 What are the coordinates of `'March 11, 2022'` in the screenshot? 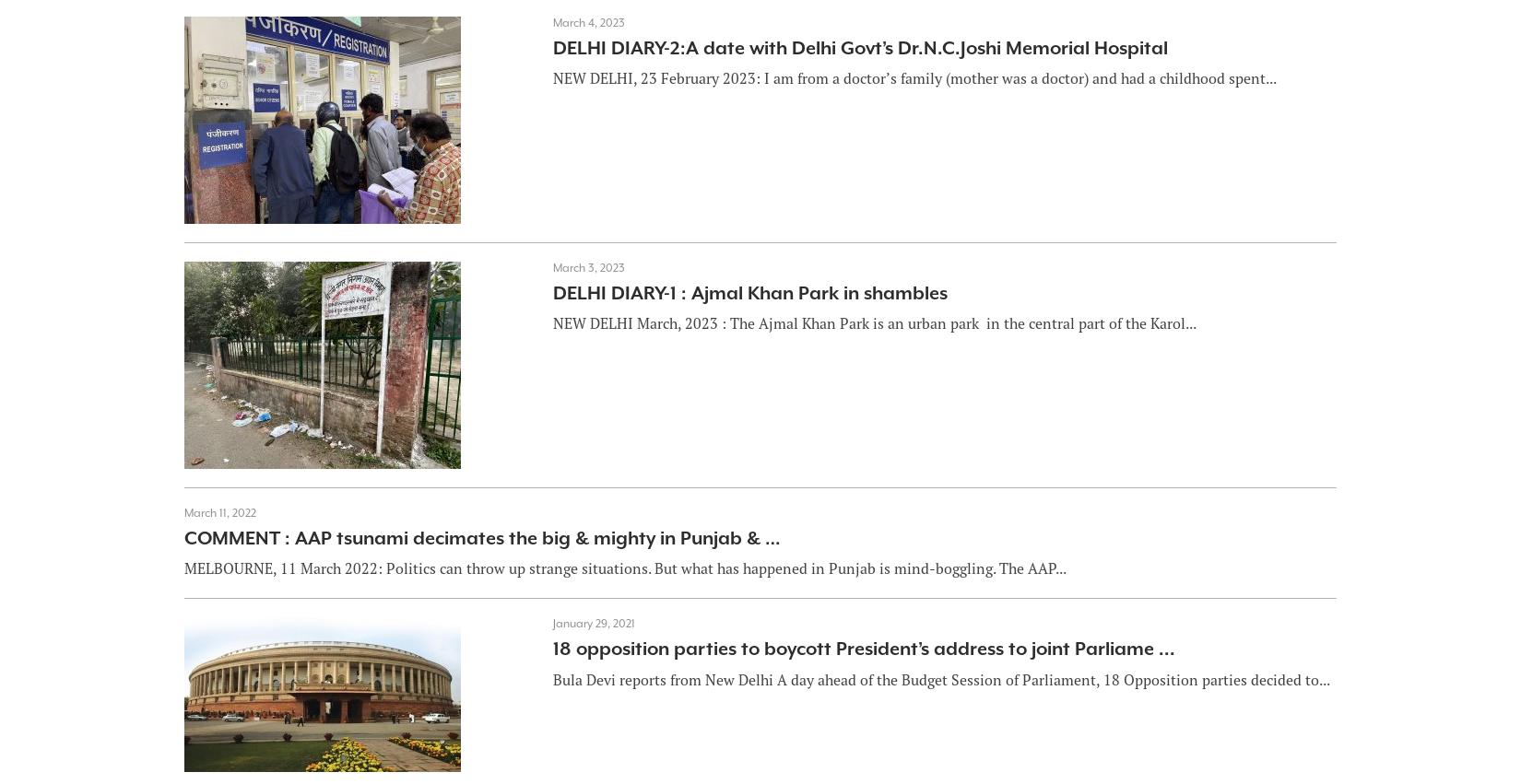 It's located at (183, 511).